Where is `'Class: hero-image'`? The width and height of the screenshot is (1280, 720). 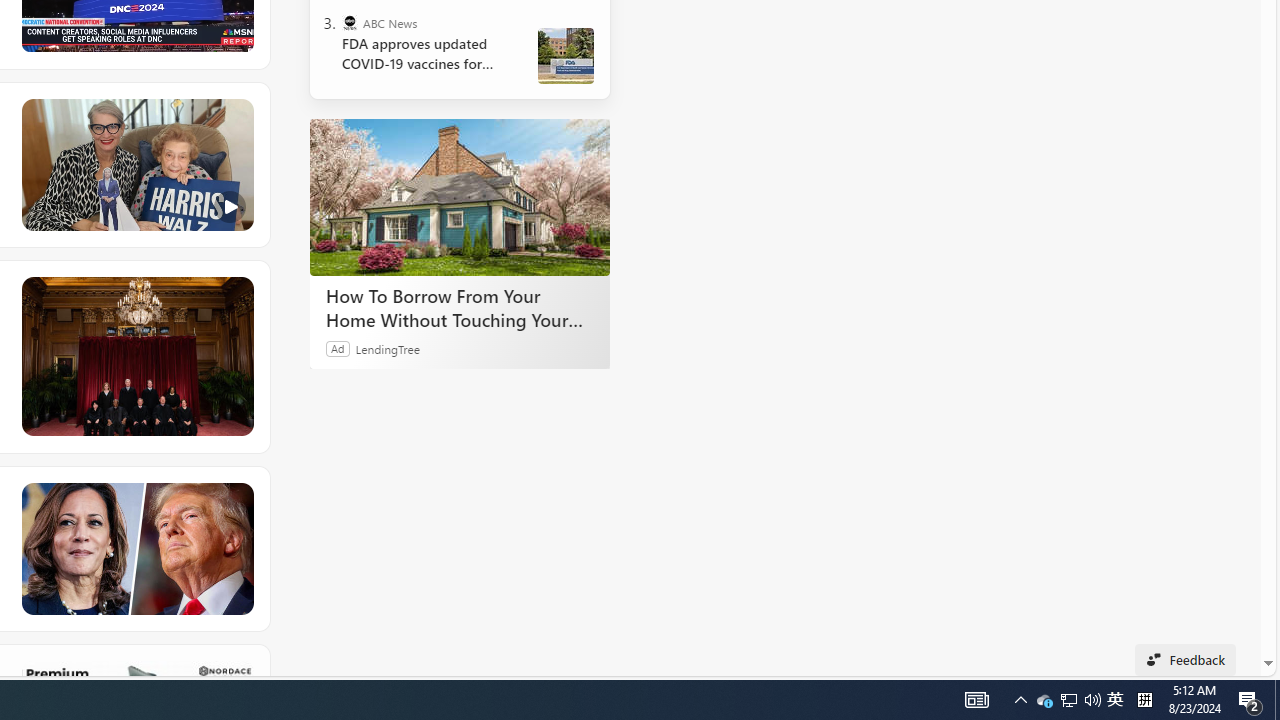 'Class: hero-image' is located at coordinates (135, 164).